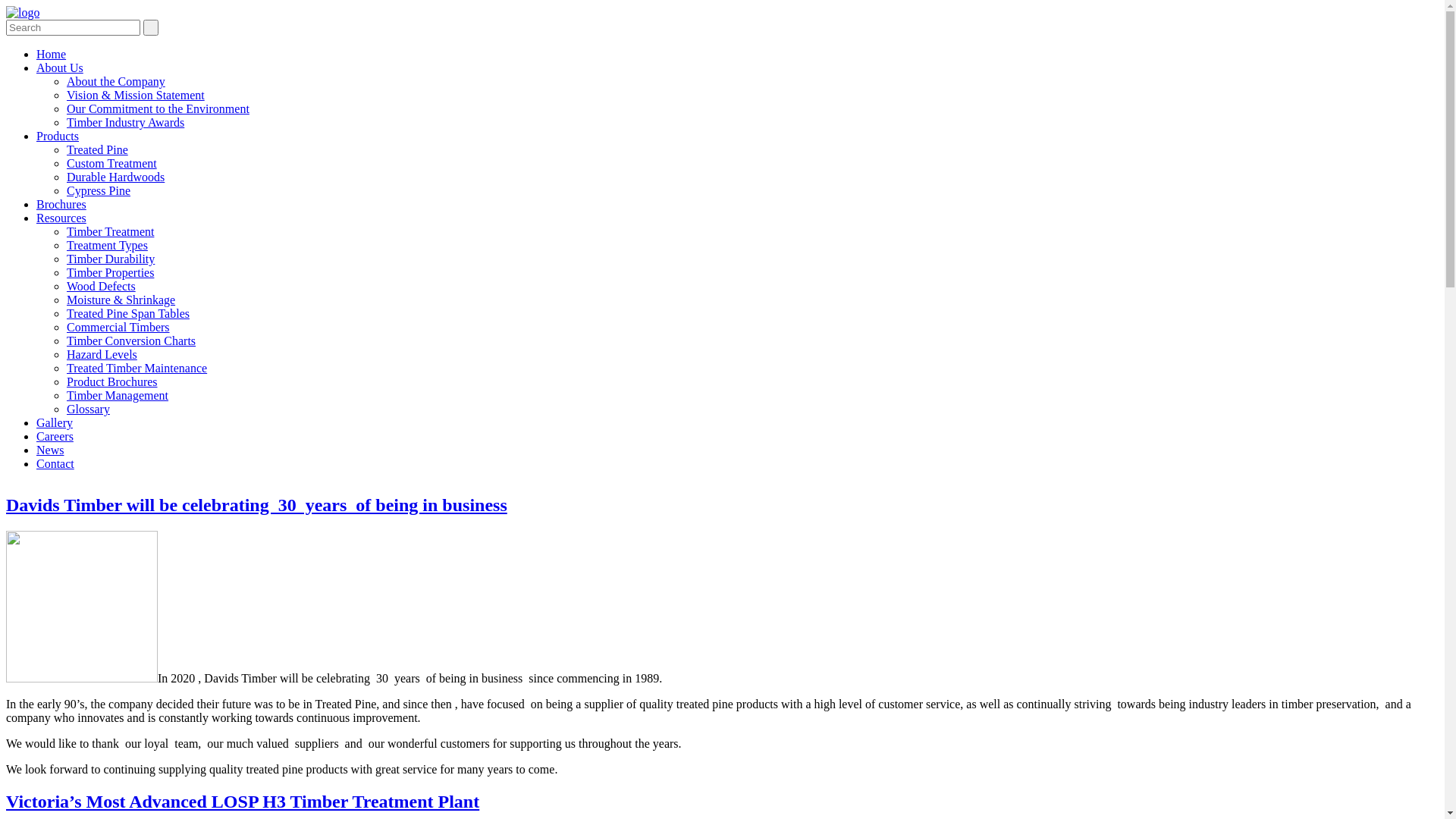 This screenshot has width=1456, height=819. I want to click on 'Treatment Types', so click(106, 244).